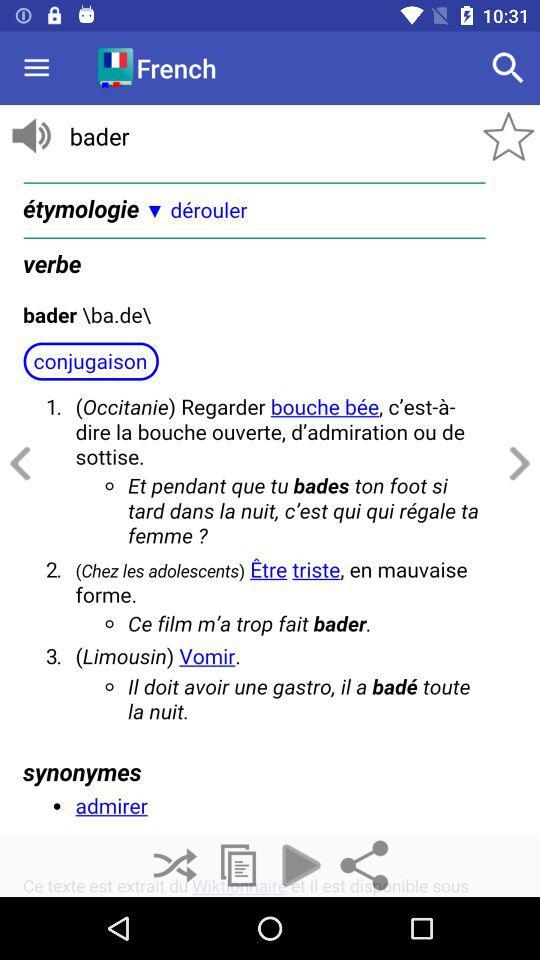 The width and height of the screenshot is (540, 960). What do you see at coordinates (516, 464) in the screenshot?
I see `next pega` at bounding box center [516, 464].